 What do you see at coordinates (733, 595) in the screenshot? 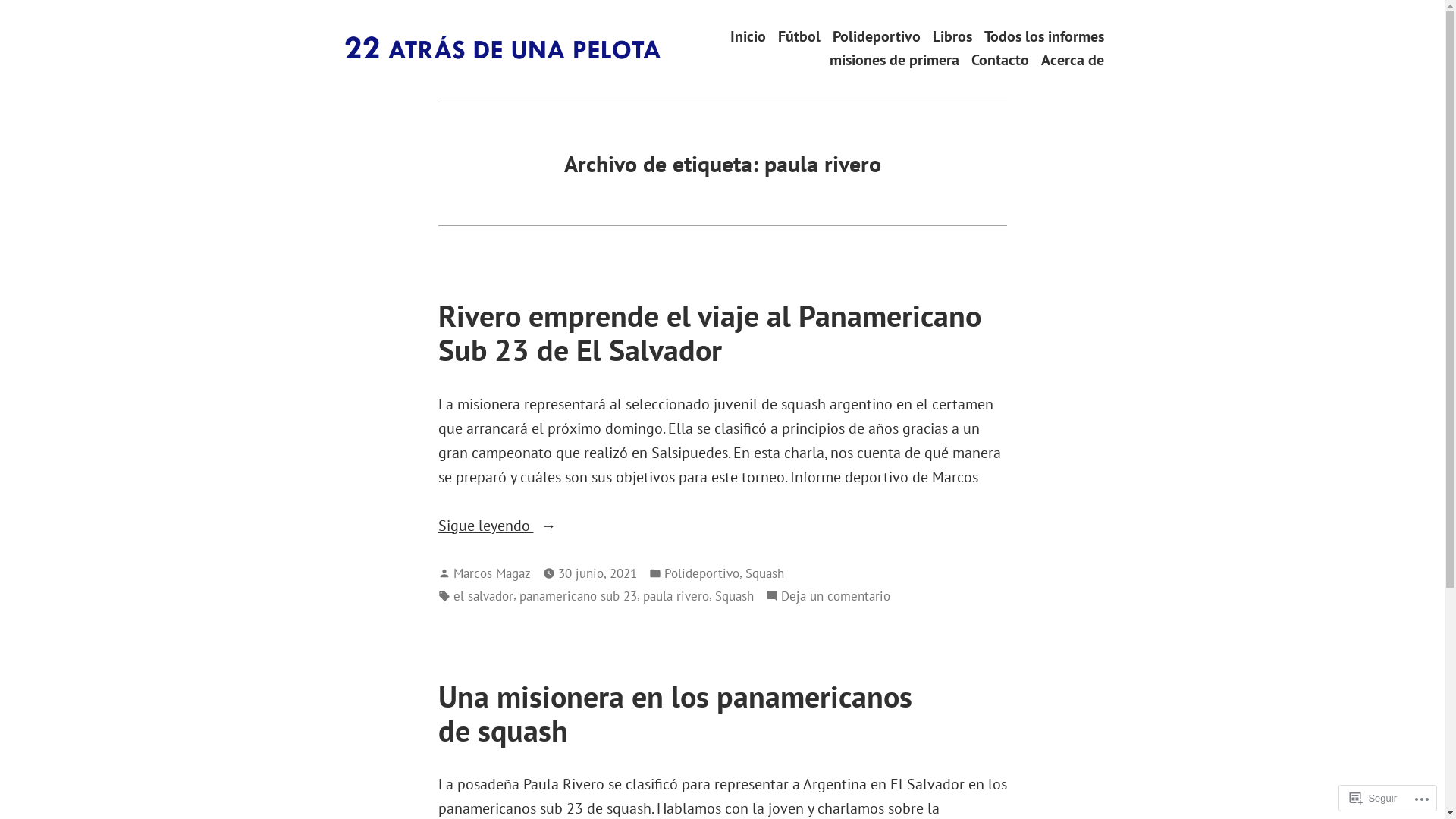
I see `'Squash'` at bounding box center [733, 595].